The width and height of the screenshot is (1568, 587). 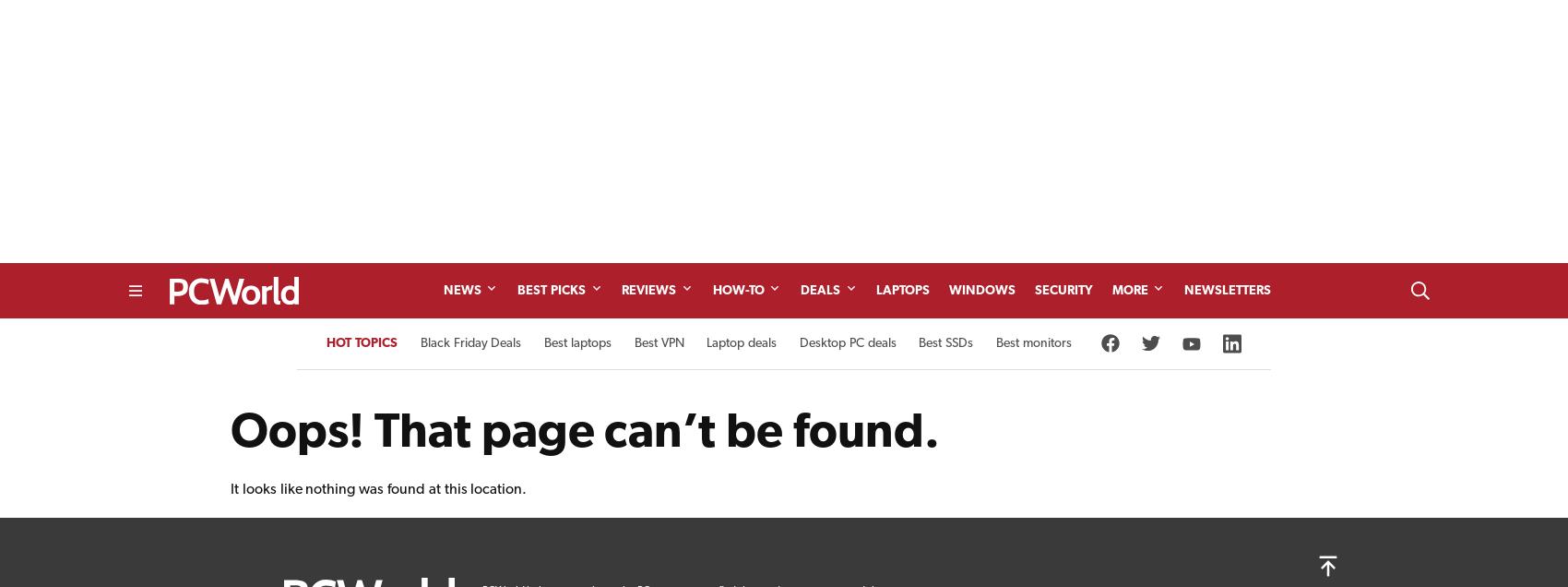 I want to click on 'How-To', so click(x=737, y=290).